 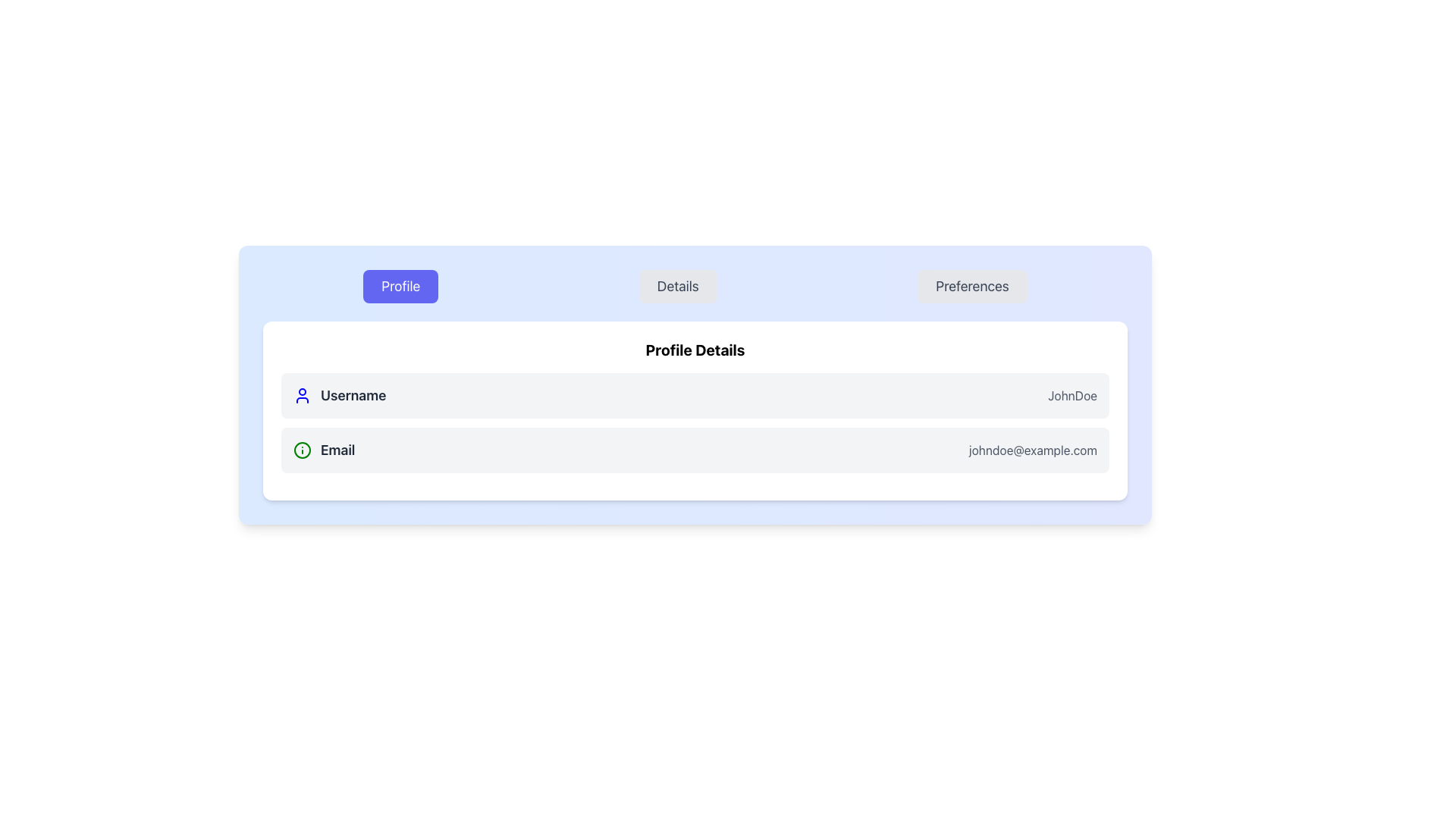 What do you see at coordinates (353, 394) in the screenshot?
I see `the 'Username' text label, which is styled with a gray bold font and located to the right of a blue user icon in the profile details section` at bounding box center [353, 394].